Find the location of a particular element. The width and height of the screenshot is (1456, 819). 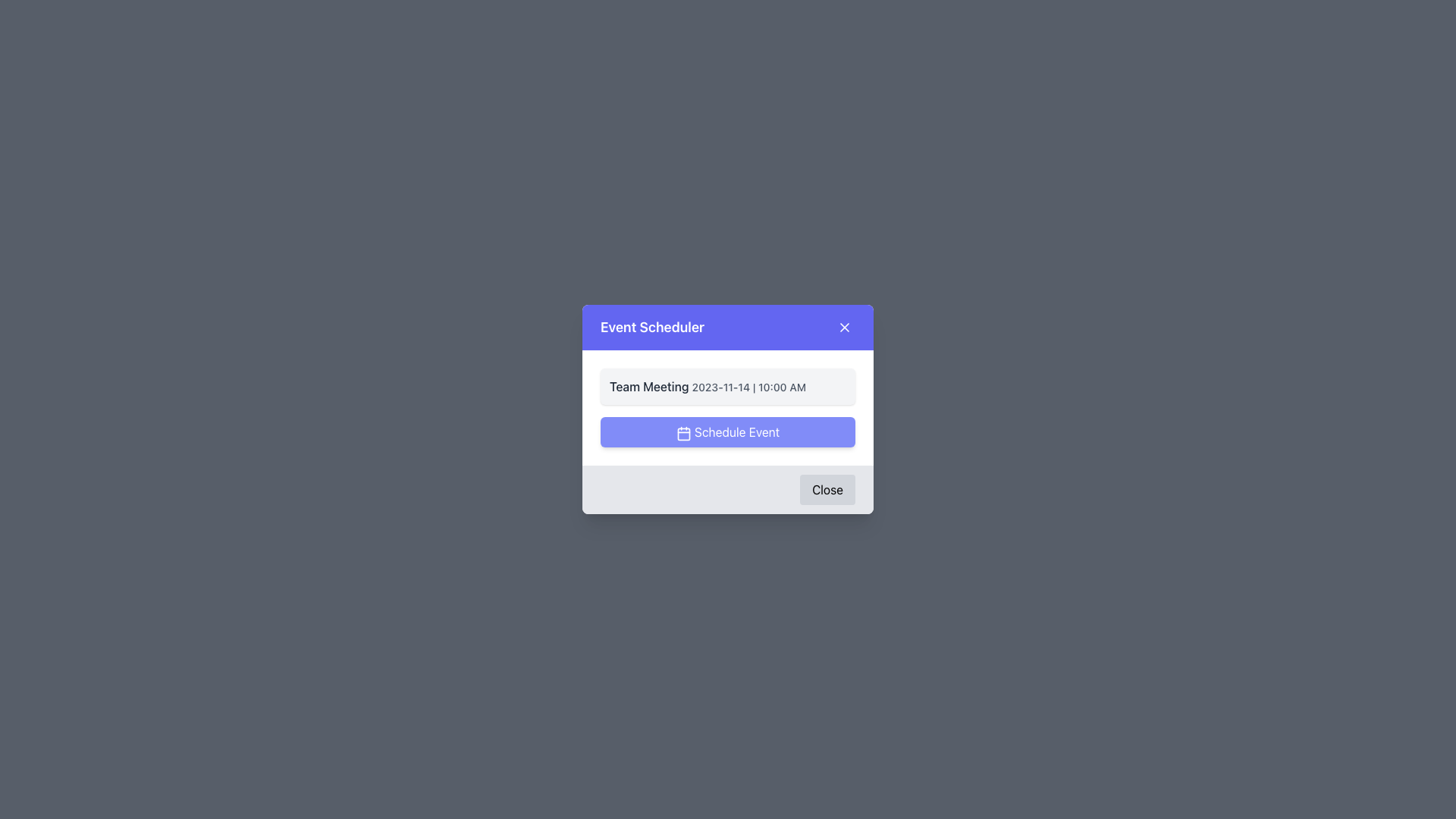

the calendar icon located on the left side of the 'Schedule Event' button, which features a box with small rectangles at the top and a horizontal line in the center is located at coordinates (682, 433).